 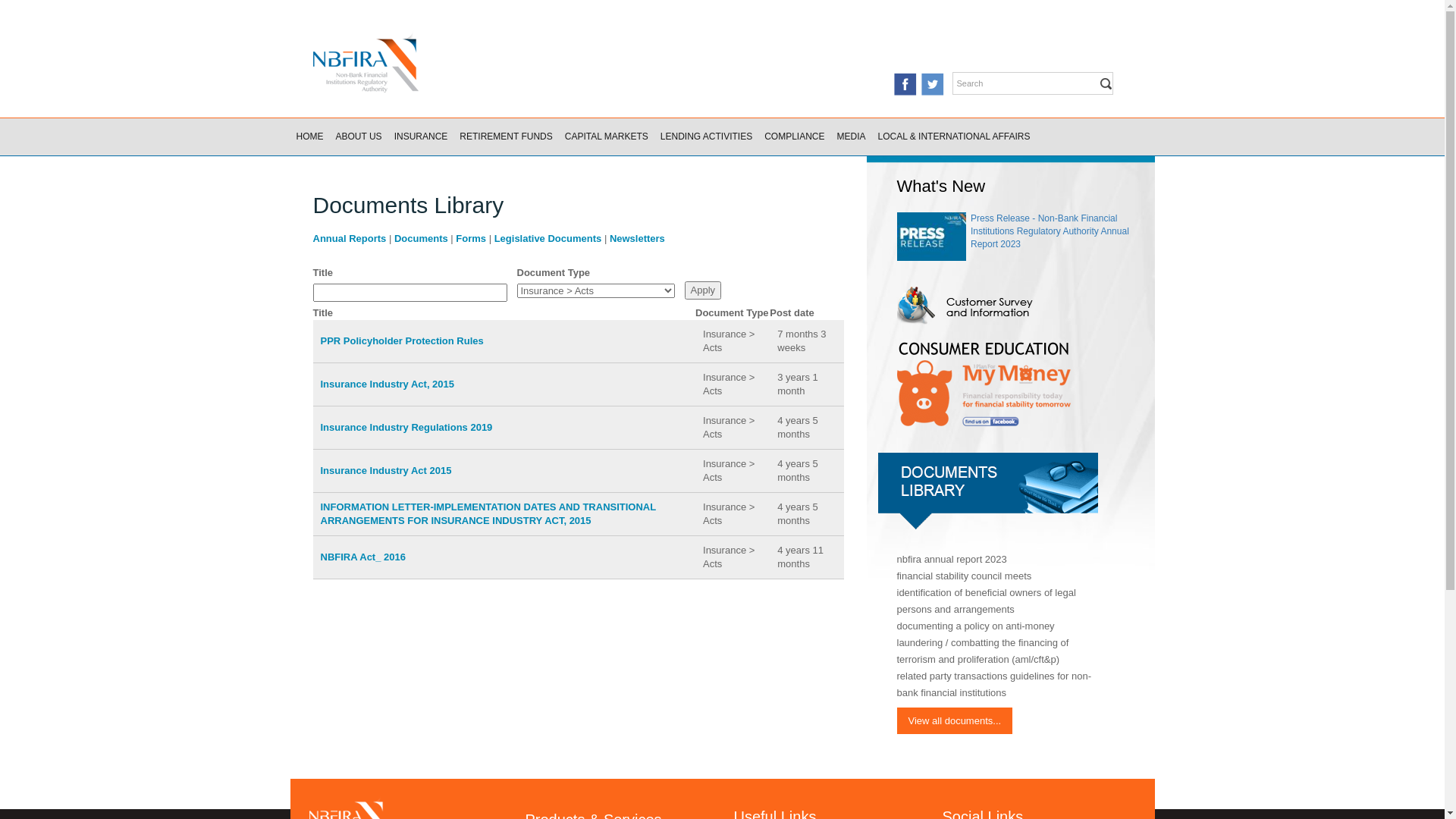 I want to click on 'Insurance Industry Regulations 2019', so click(x=406, y=427).